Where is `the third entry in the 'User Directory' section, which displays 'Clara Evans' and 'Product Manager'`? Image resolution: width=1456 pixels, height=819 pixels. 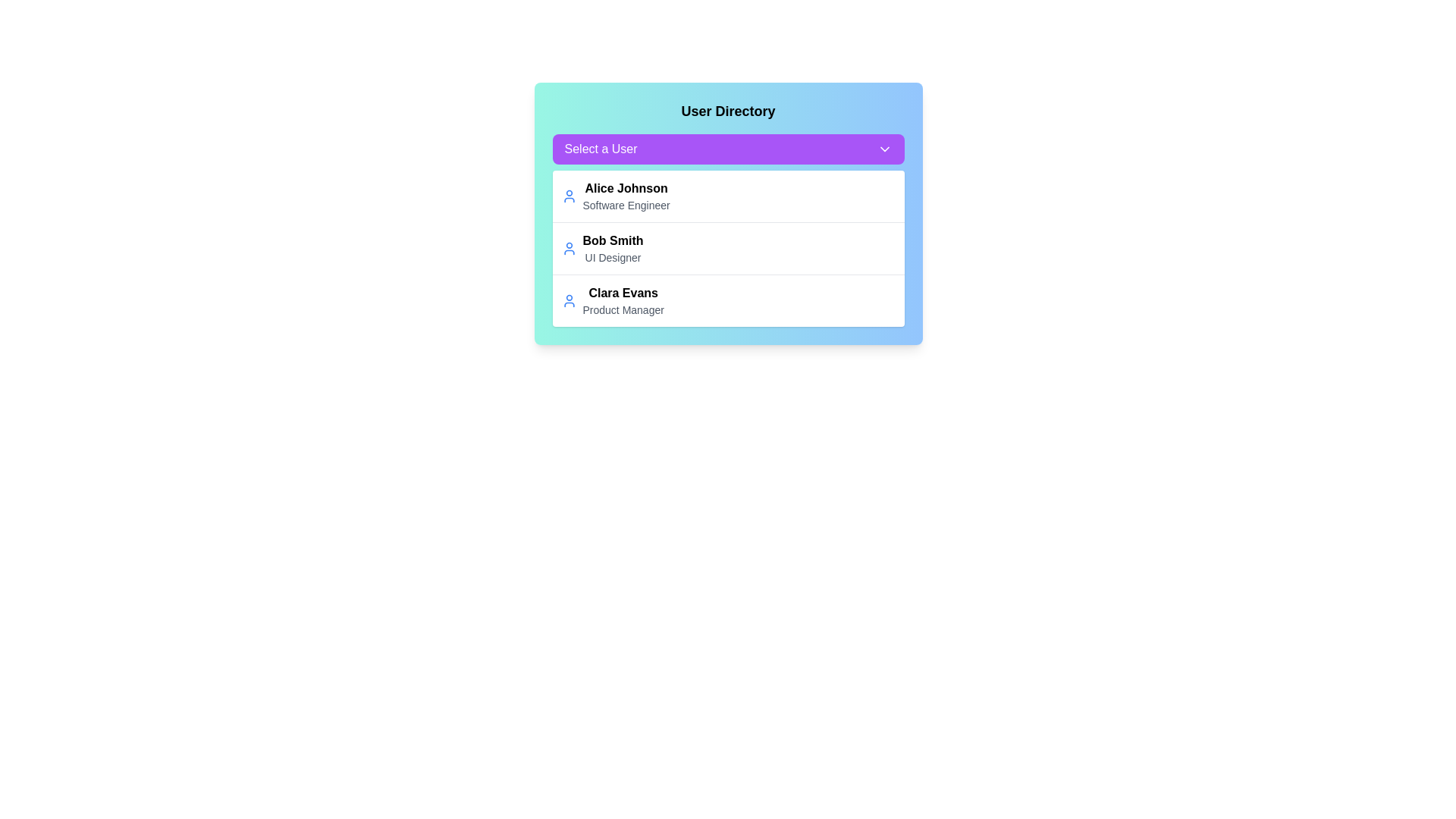
the third entry in the 'User Directory' section, which displays 'Clara Evans' and 'Product Manager' is located at coordinates (623, 301).